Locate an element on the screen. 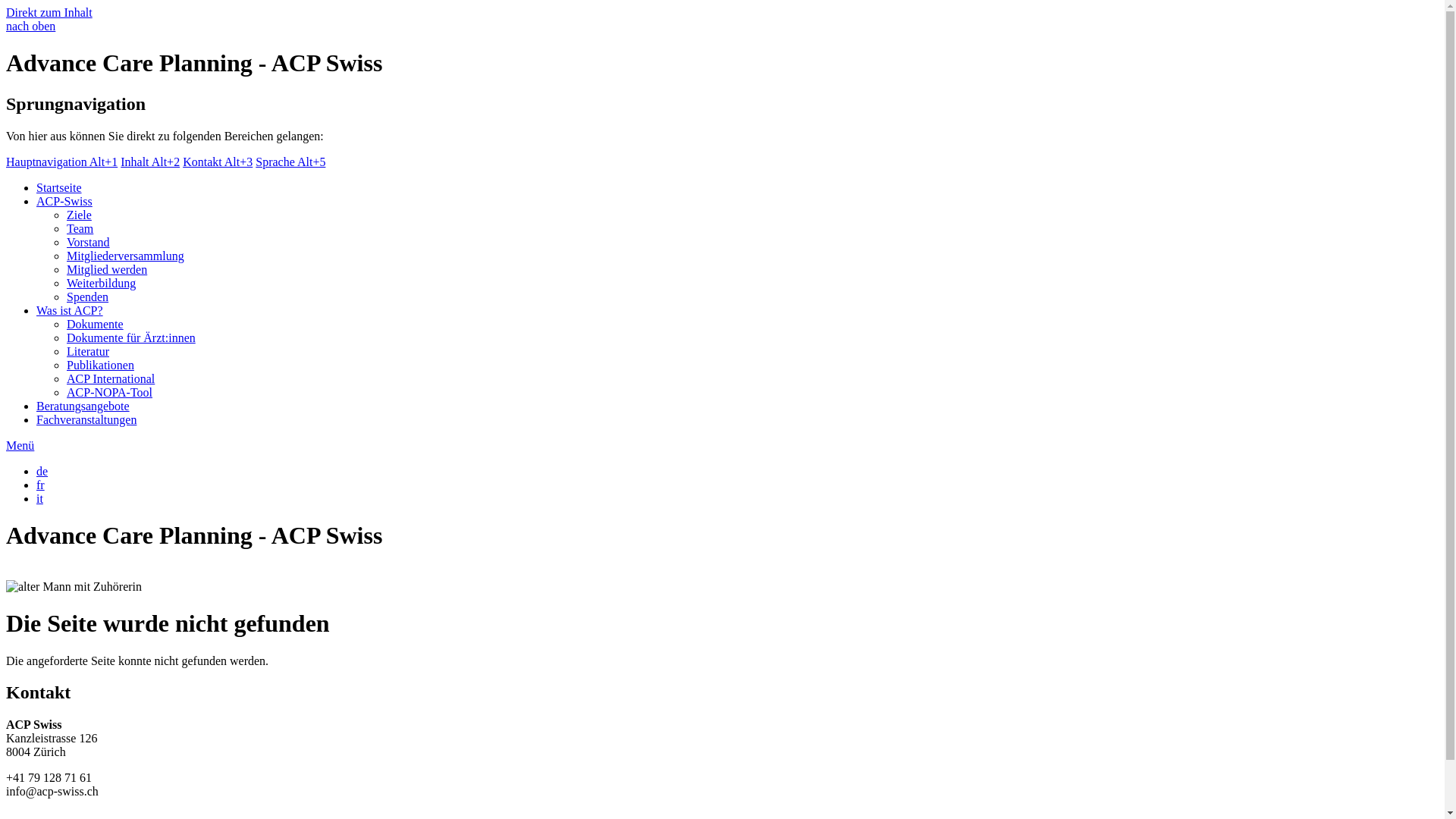 This screenshot has height=819, width=1456. 'Vorstand' is located at coordinates (87, 241).